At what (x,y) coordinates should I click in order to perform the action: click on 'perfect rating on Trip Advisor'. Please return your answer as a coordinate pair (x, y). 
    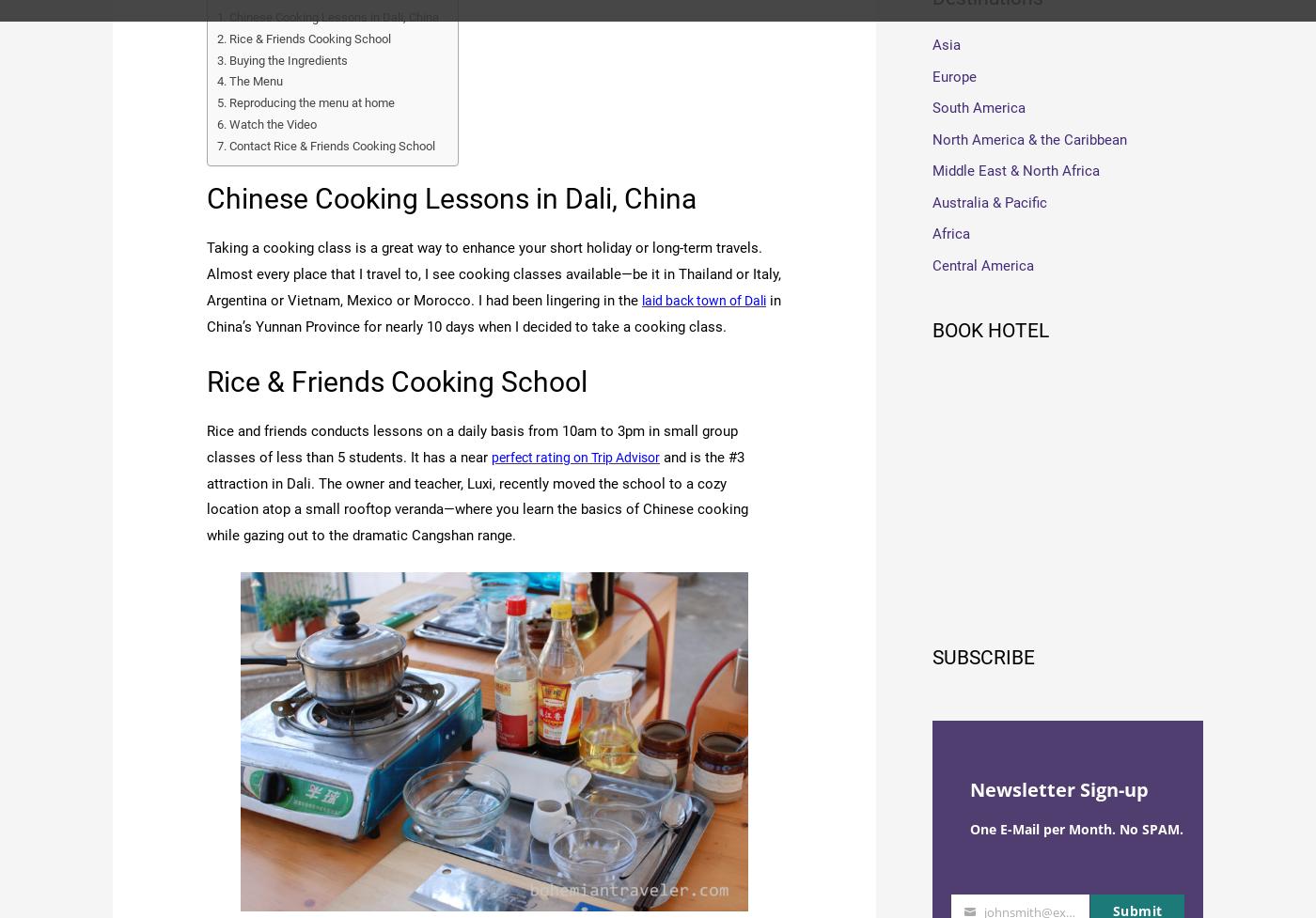
    Looking at the image, I should click on (583, 456).